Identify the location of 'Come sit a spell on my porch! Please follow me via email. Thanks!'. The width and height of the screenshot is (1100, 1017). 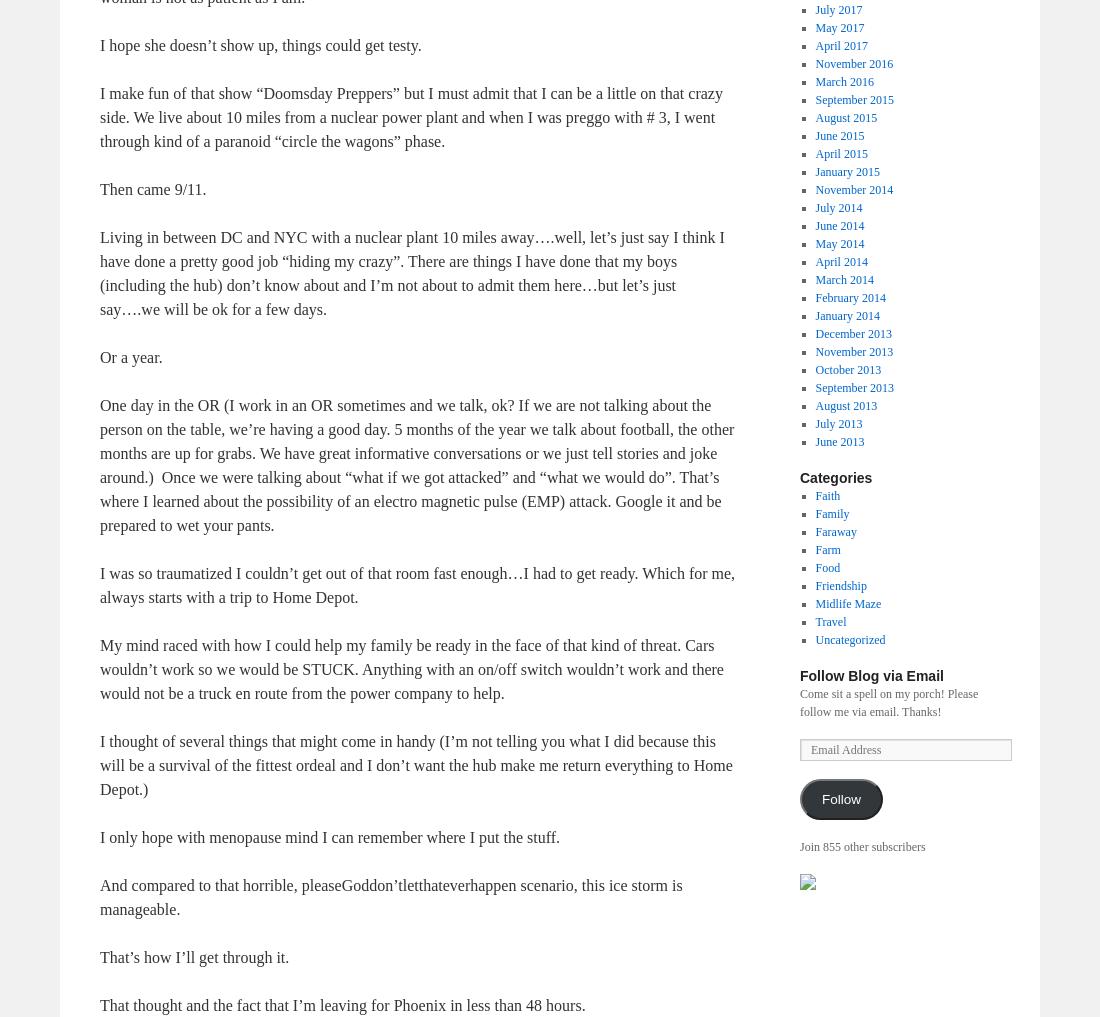
(888, 701).